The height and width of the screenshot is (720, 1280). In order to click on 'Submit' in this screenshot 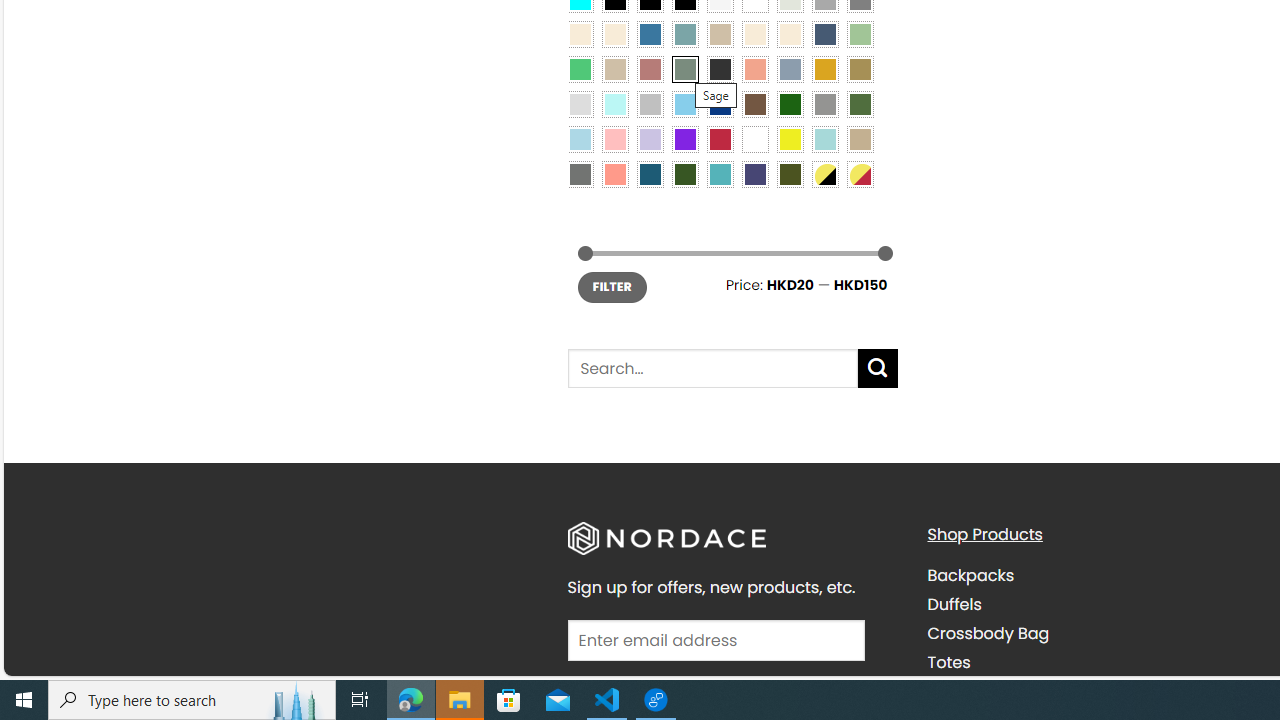, I will do `click(878, 368)`.